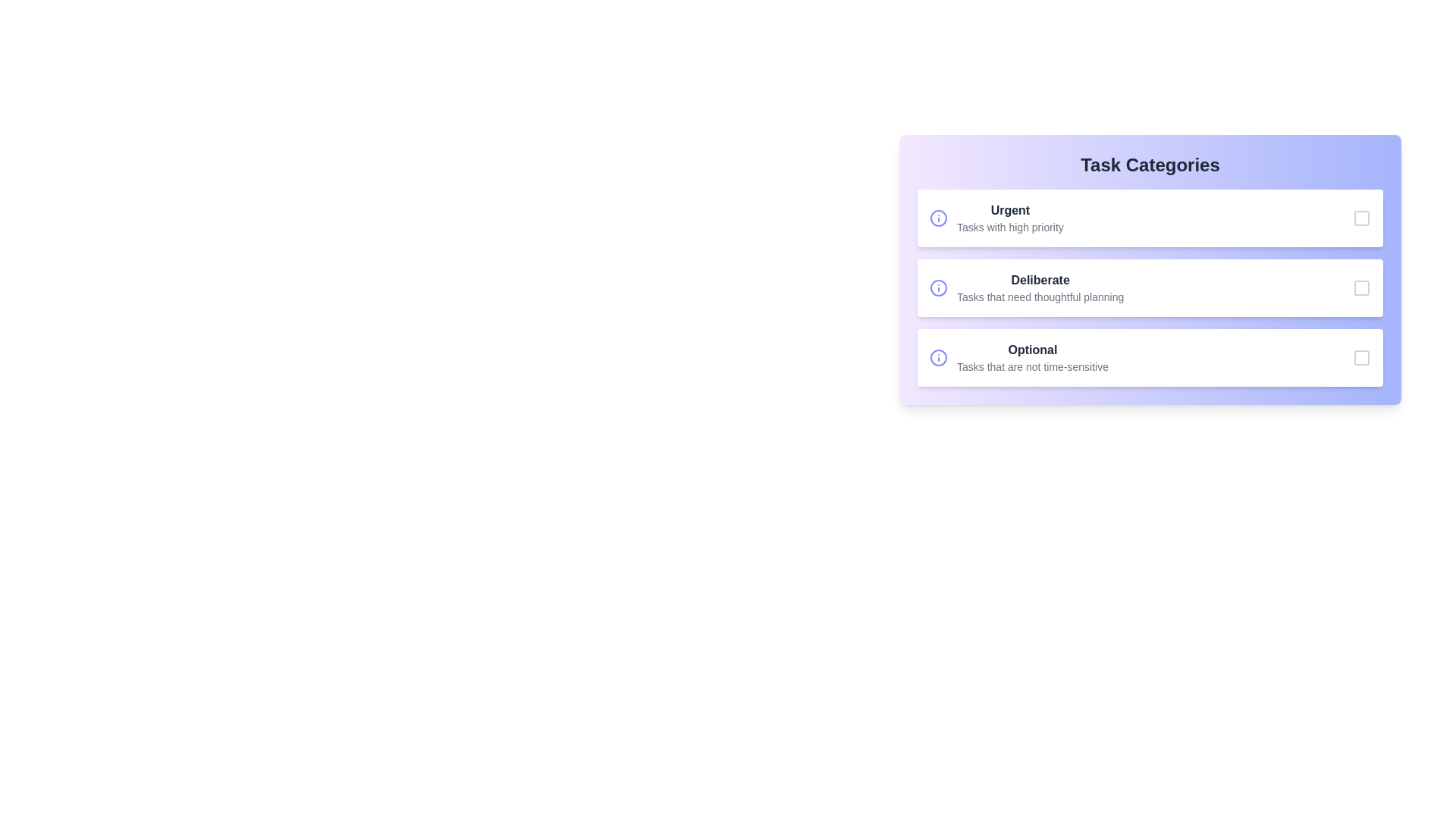 The width and height of the screenshot is (1456, 819). What do you see at coordinates (1361, 218) in the screenshot?
I see `the category Urgent by clicking its checkbox` at bounding box center [1361, 218].